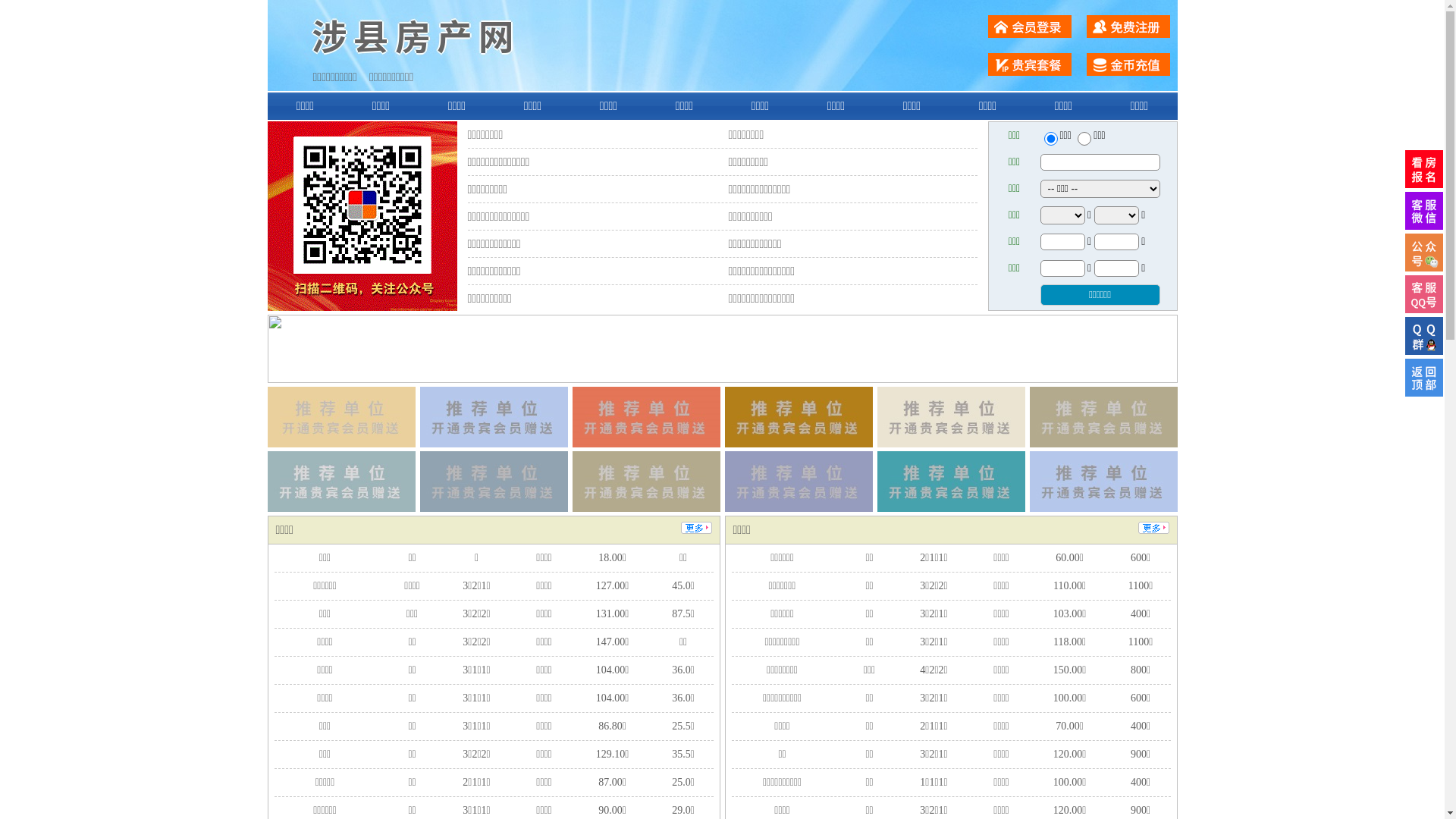  What do you see at coordinates (1084, 138) in the screenshot?
I see `'chuzu'` at bounding box center [1084, 138].